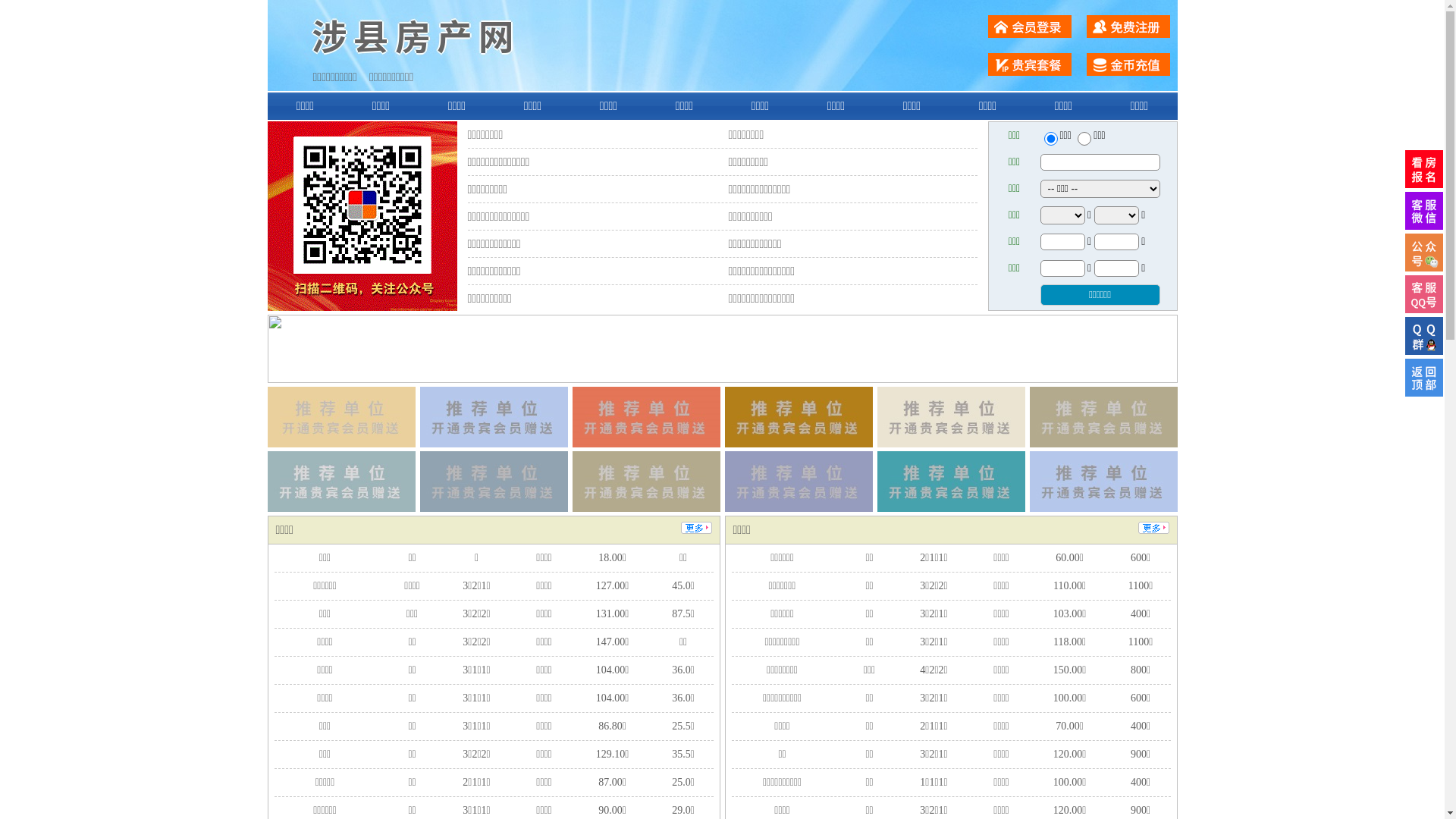  What do you see at coordinates (1084, 138) in the screenshot?
I see `'chuzu'` at bounding box center [1084, 138].